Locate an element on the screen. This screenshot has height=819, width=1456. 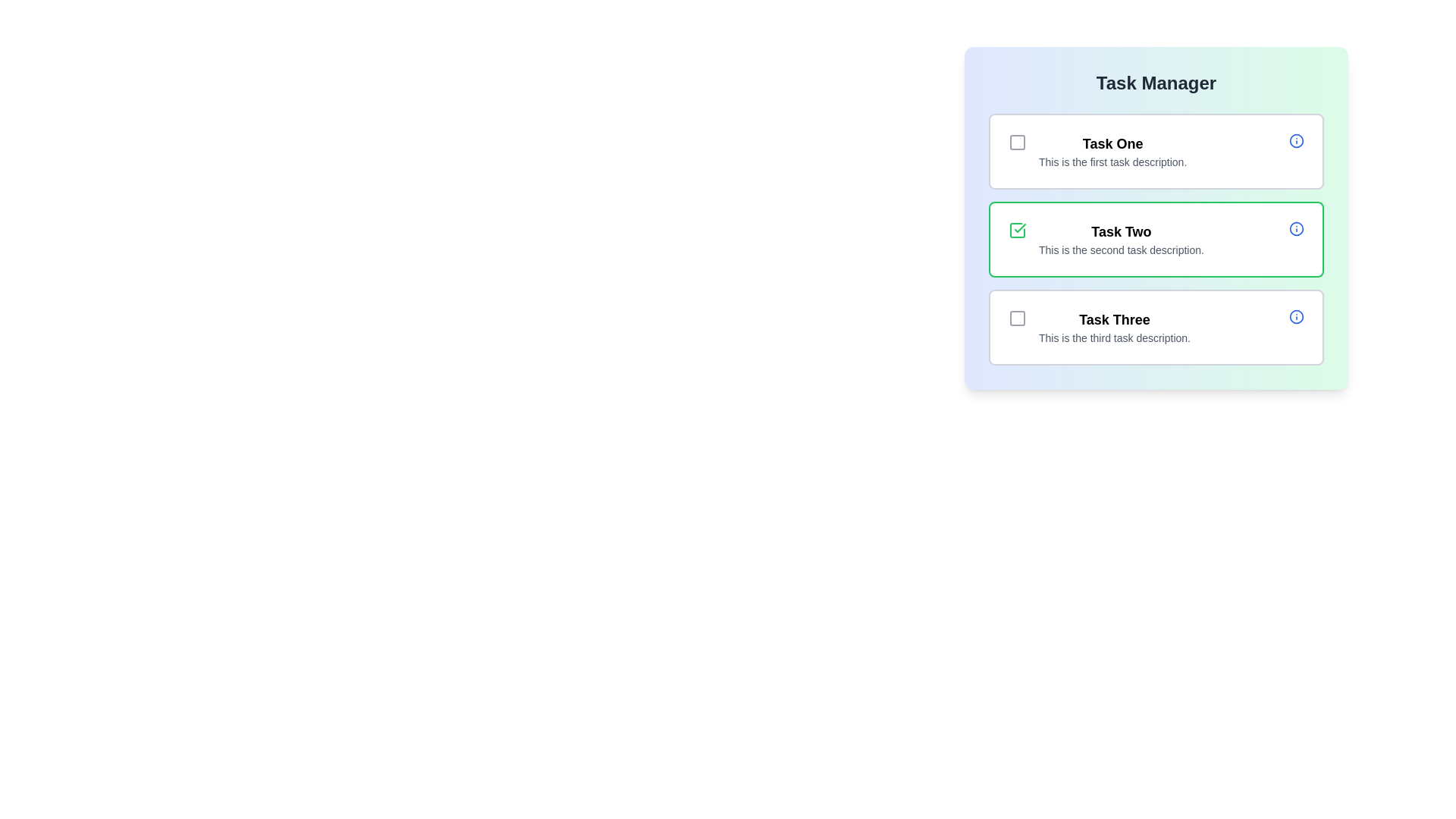
the Text Label that describes 'Task One', located directly below its title in the task group box in the upper section of the interface is located at coordinates (1112, 162).